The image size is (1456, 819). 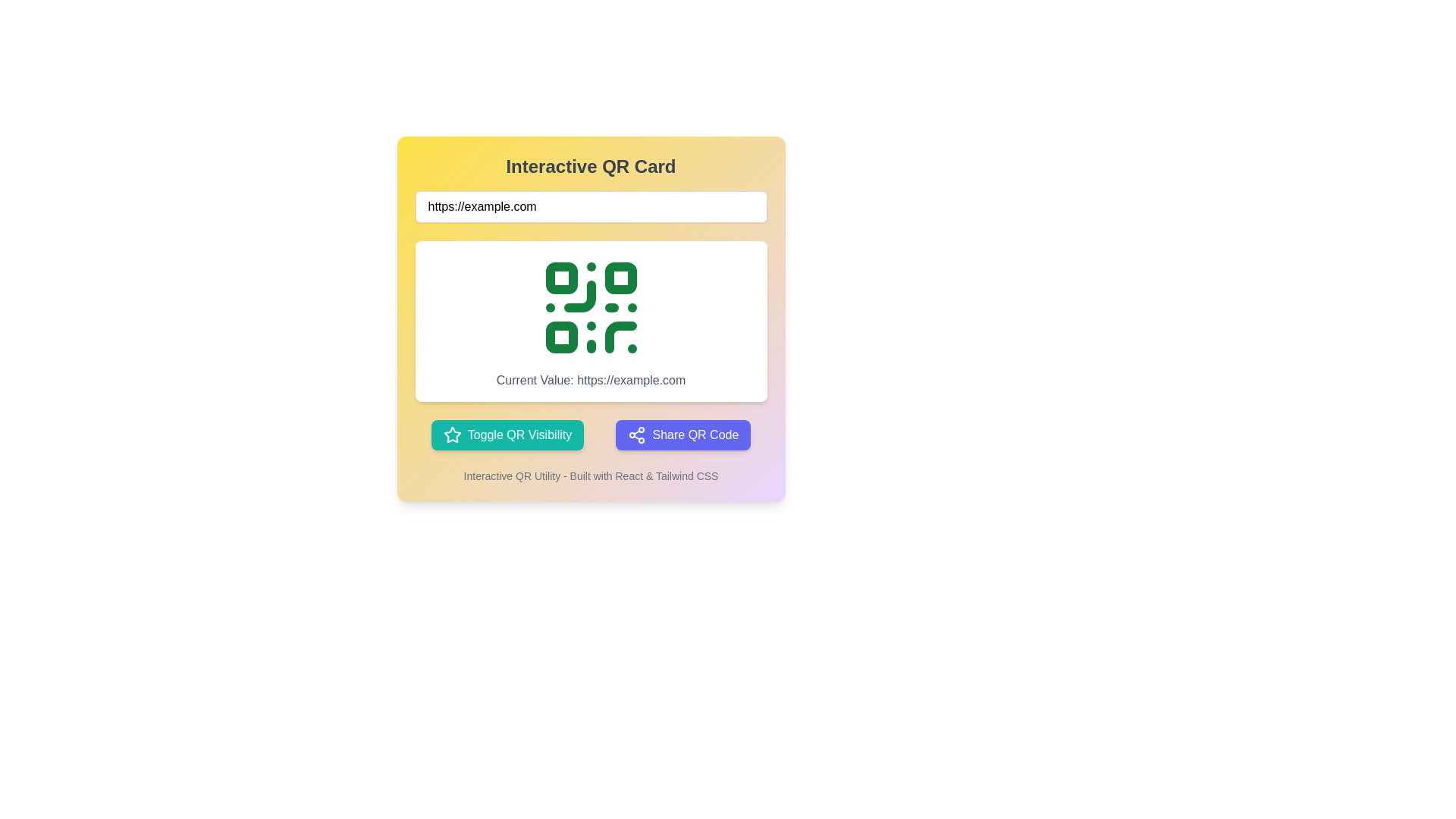 What do you see at coordinates (637, 435) in the screenshot?
I see `the 'Share' icon located to the left of the 'Share QR Code' button` at bounding box center [637, 435].